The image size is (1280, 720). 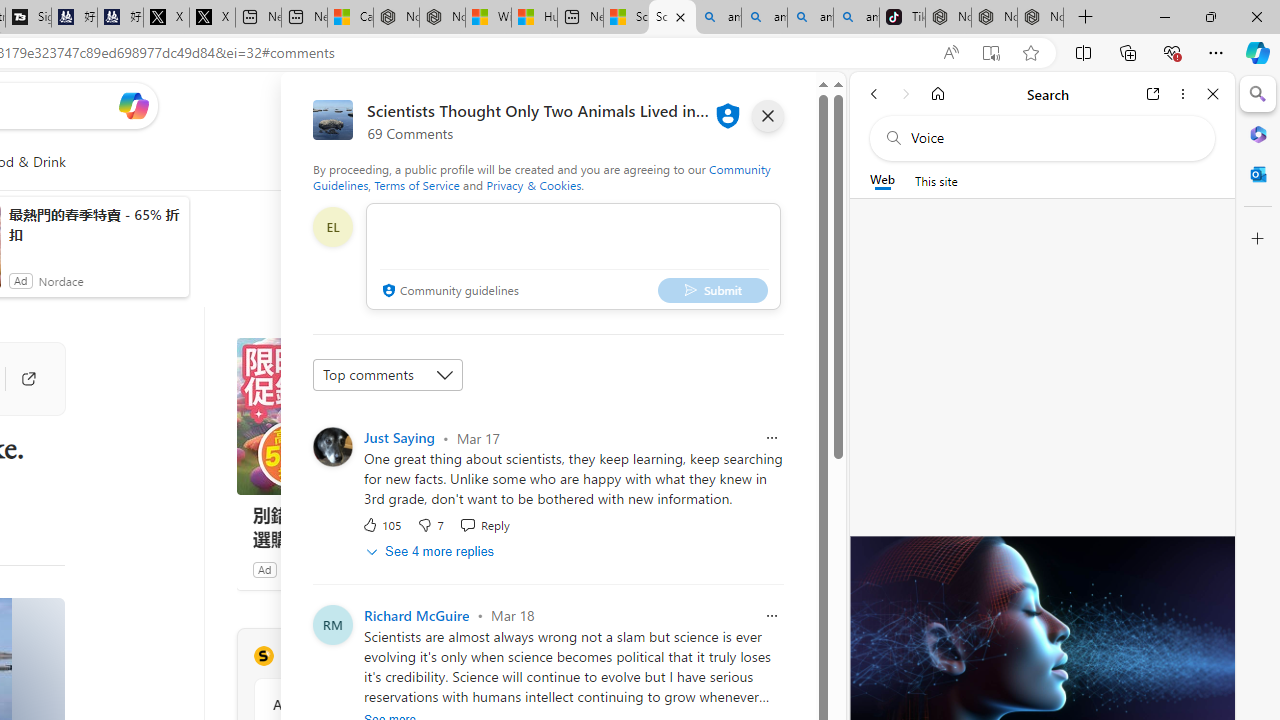 I want to click on 'Profile Picture', so click(x=333, y=623).